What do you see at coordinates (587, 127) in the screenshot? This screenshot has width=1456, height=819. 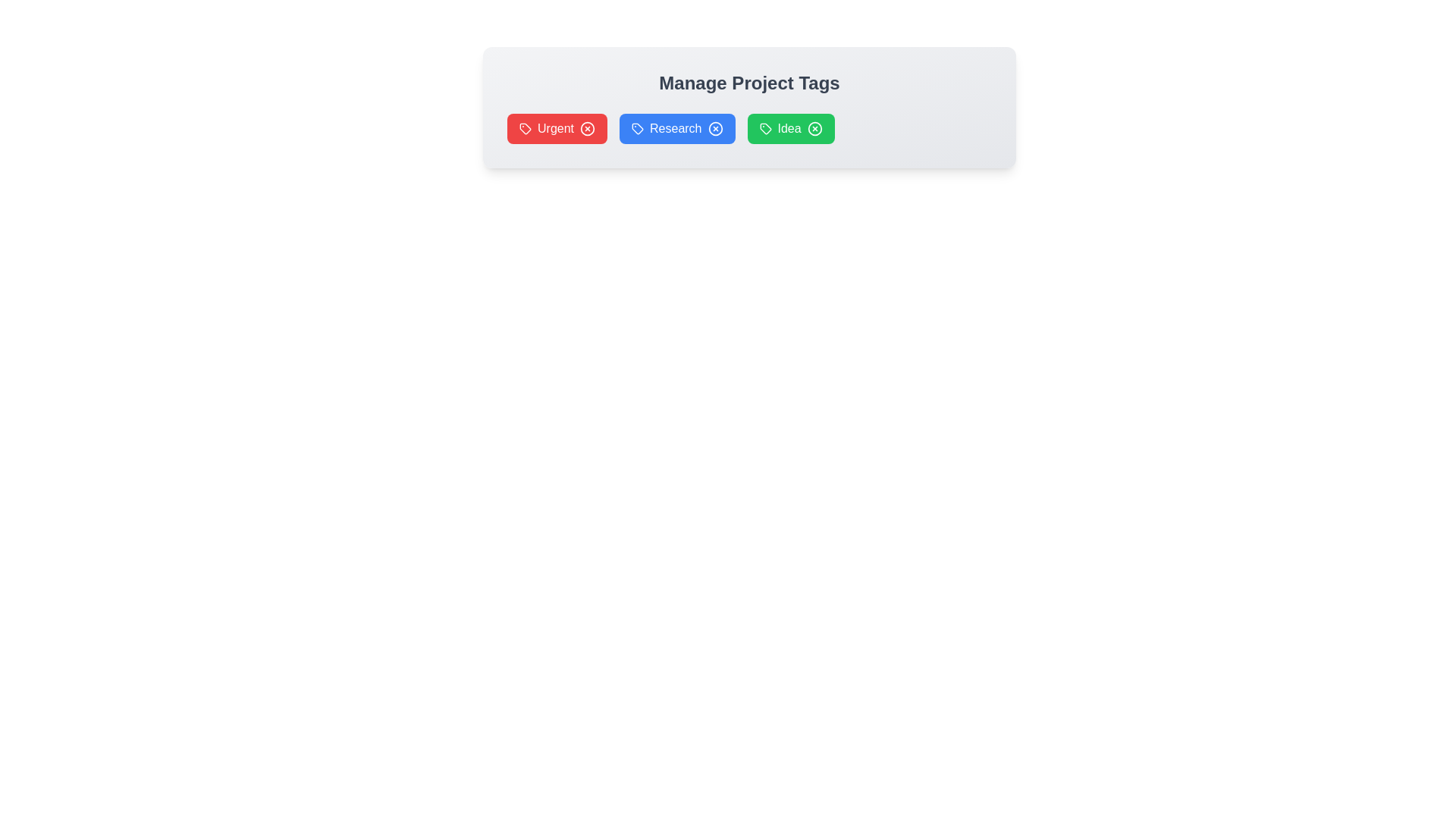 I see `the remove button of the tag labeled Urgent` at bounding box center [587, 127].